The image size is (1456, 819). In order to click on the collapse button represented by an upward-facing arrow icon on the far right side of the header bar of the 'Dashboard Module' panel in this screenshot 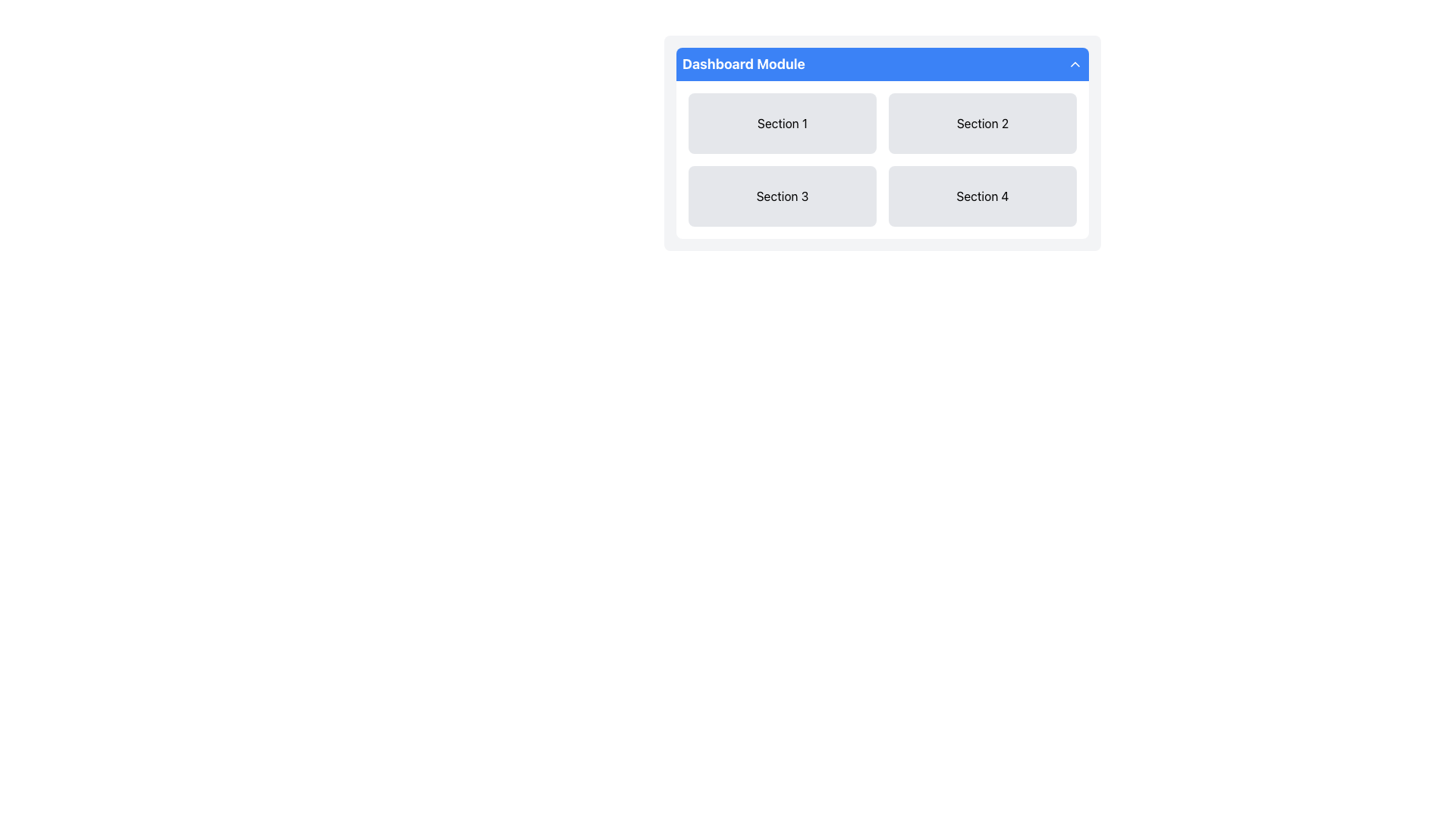, I will do `click(1074, 63)`.